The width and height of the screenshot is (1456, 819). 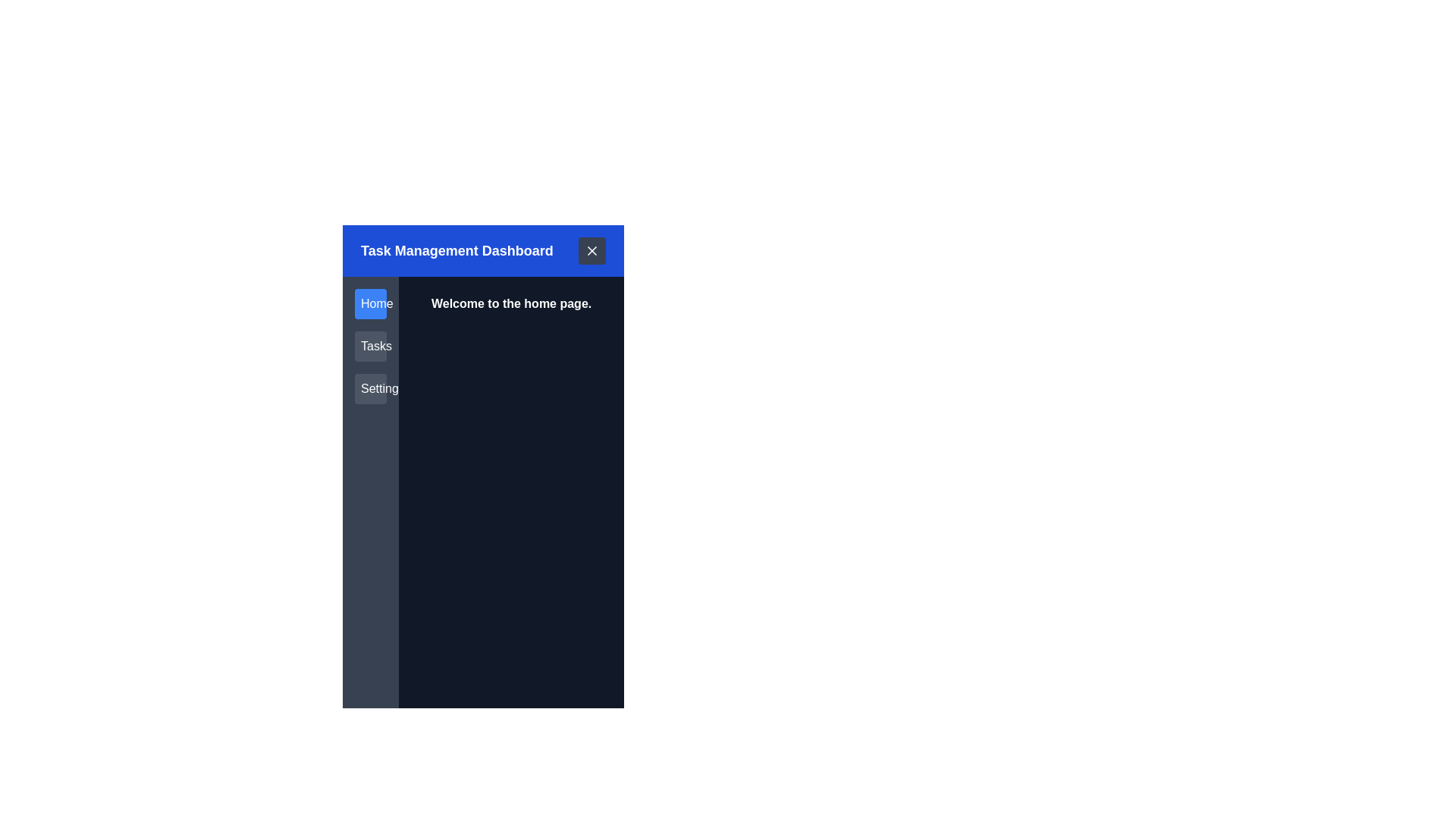 What do you see at coordinates (591, 250) in the screenshot?
I see `the close button located in the top-right corner of the blue header bar labeled 'Task Management Dashboard'` at bounding box center [591, 250].